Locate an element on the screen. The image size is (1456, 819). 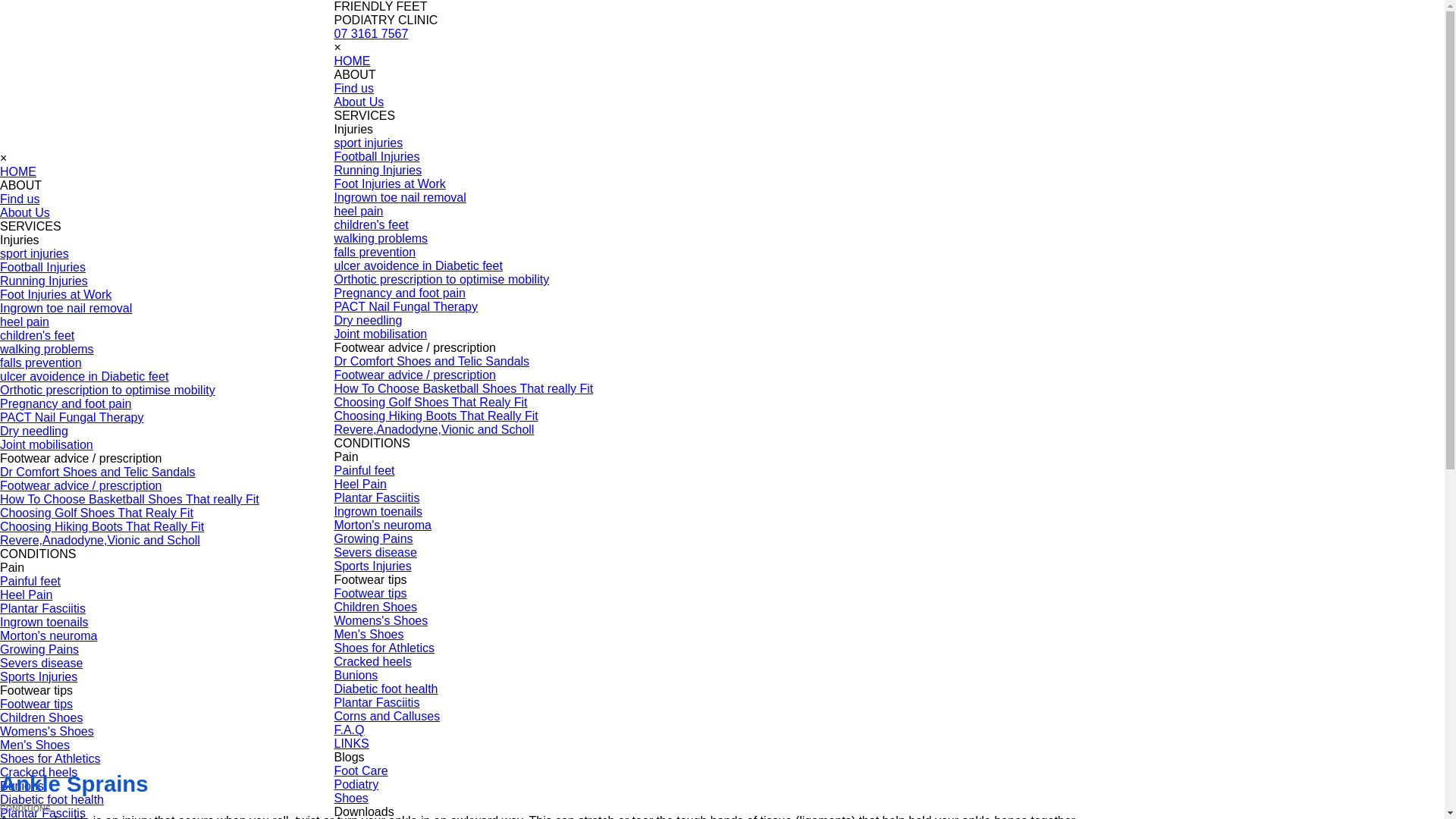
'Footwear tips' is located at coordinates (370, 592).